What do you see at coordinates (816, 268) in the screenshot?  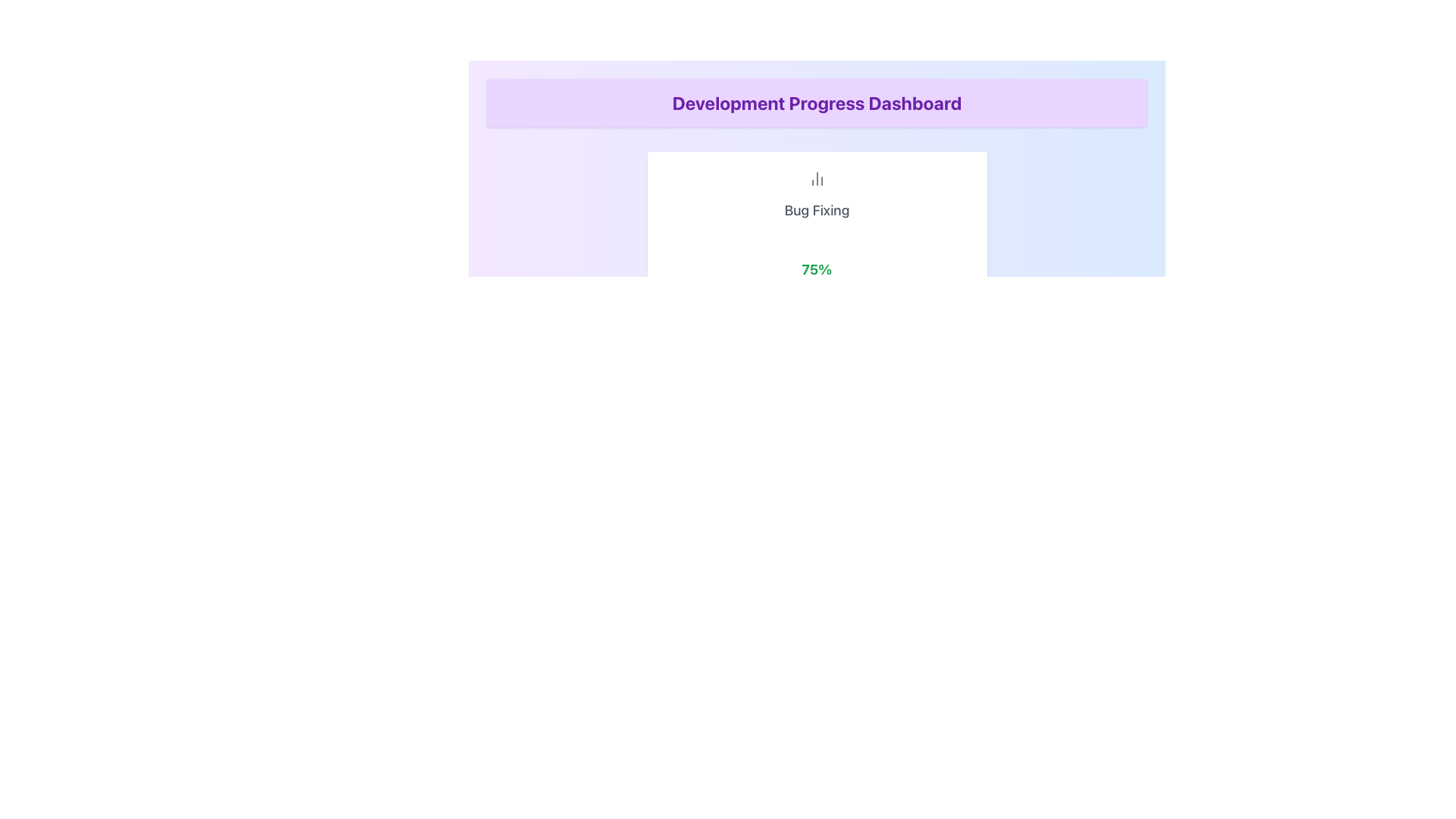 I see `displayed percentage from the Progress Indicator located beneath the 'Bug Fixing' text and above the 'Increase' and 'Decrease' buttons` at bounding box center [816, 268].